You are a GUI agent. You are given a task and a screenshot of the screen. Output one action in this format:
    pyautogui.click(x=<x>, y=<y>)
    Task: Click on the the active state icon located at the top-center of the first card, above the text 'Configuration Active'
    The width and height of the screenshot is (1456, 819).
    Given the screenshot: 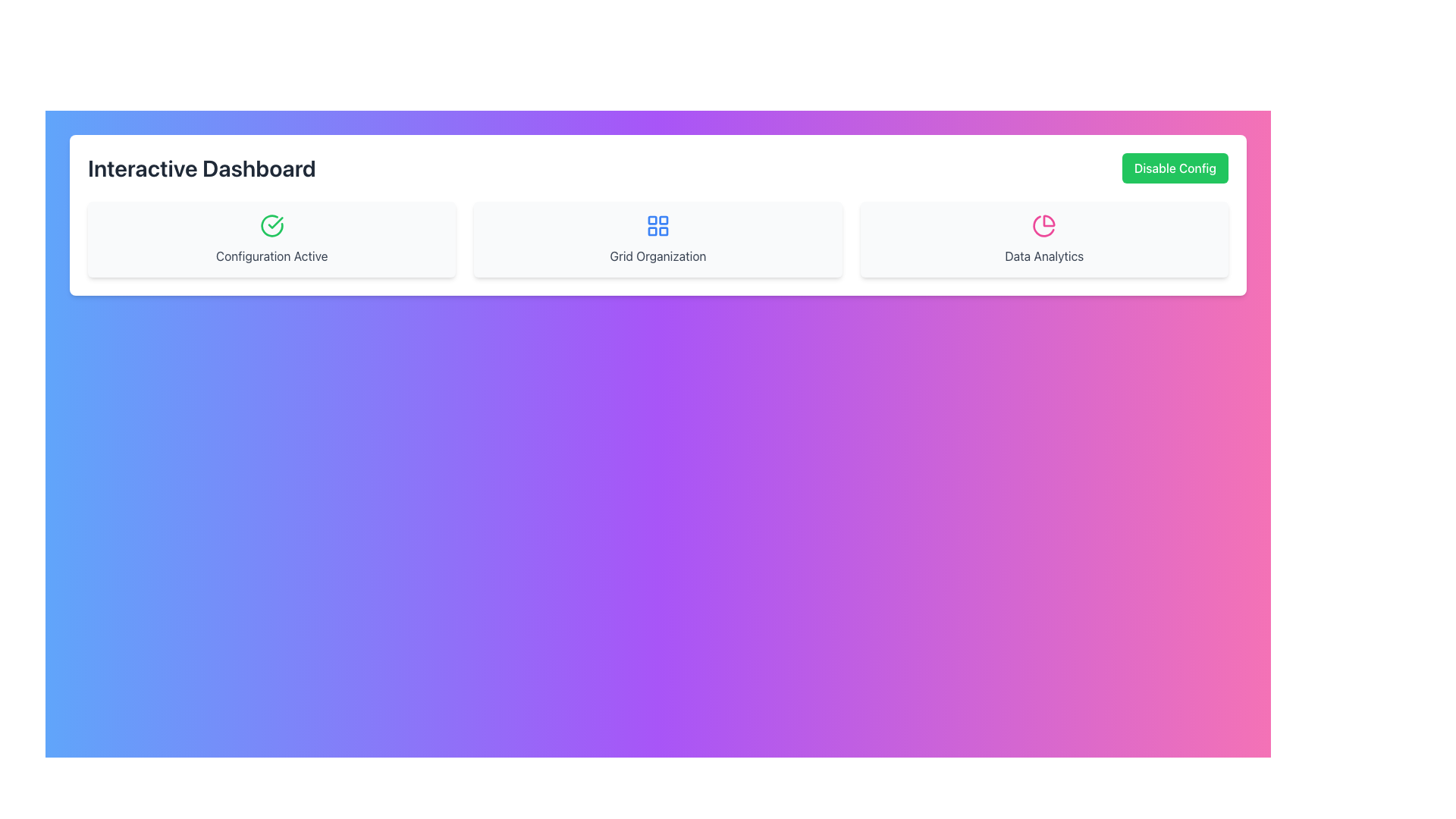 What is the action you would take?
    pyautogui.click(x=271, y=225)
    